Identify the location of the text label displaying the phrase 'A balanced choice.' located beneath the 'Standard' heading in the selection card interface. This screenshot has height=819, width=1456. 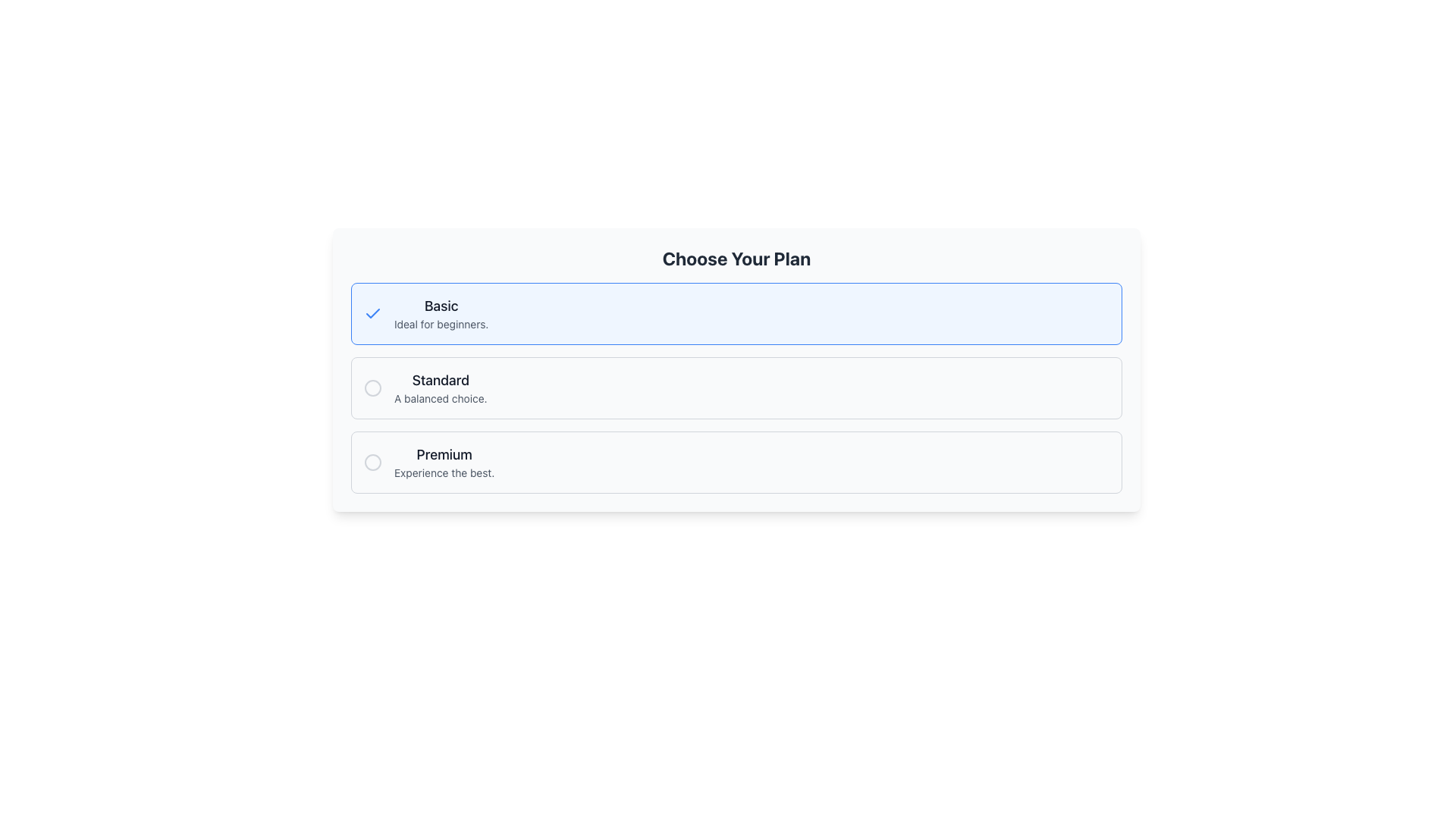
(440, 397).